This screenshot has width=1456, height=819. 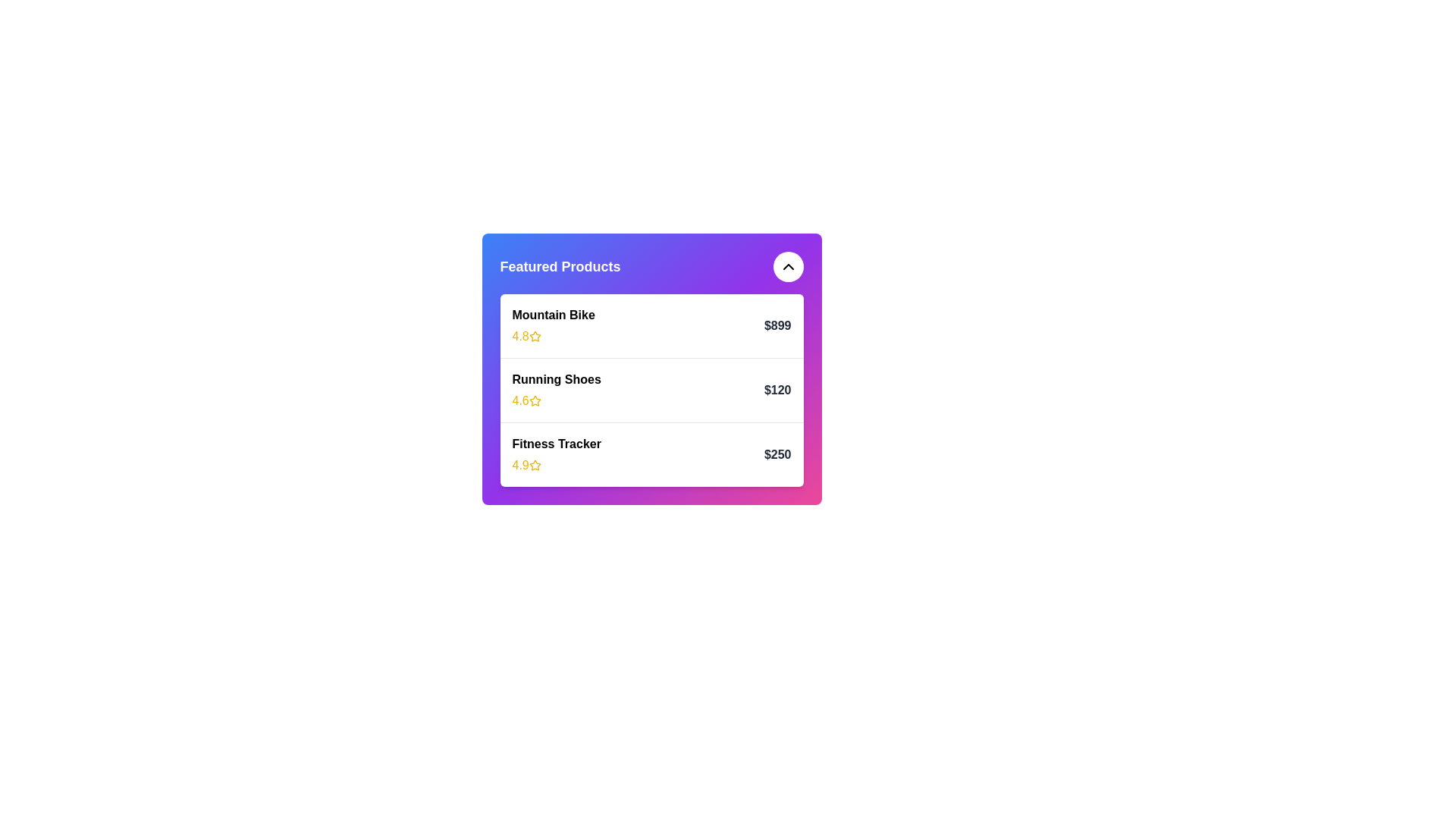 What do you see at coordinates (556, 400) in the screenshot?
I see `the numerical rating '4.6' displayed in yellow font, accompanied by a star icon, located in the 'Running Shoes' section just below the label 'Running Shoes'` at bounding box center [556, 400].